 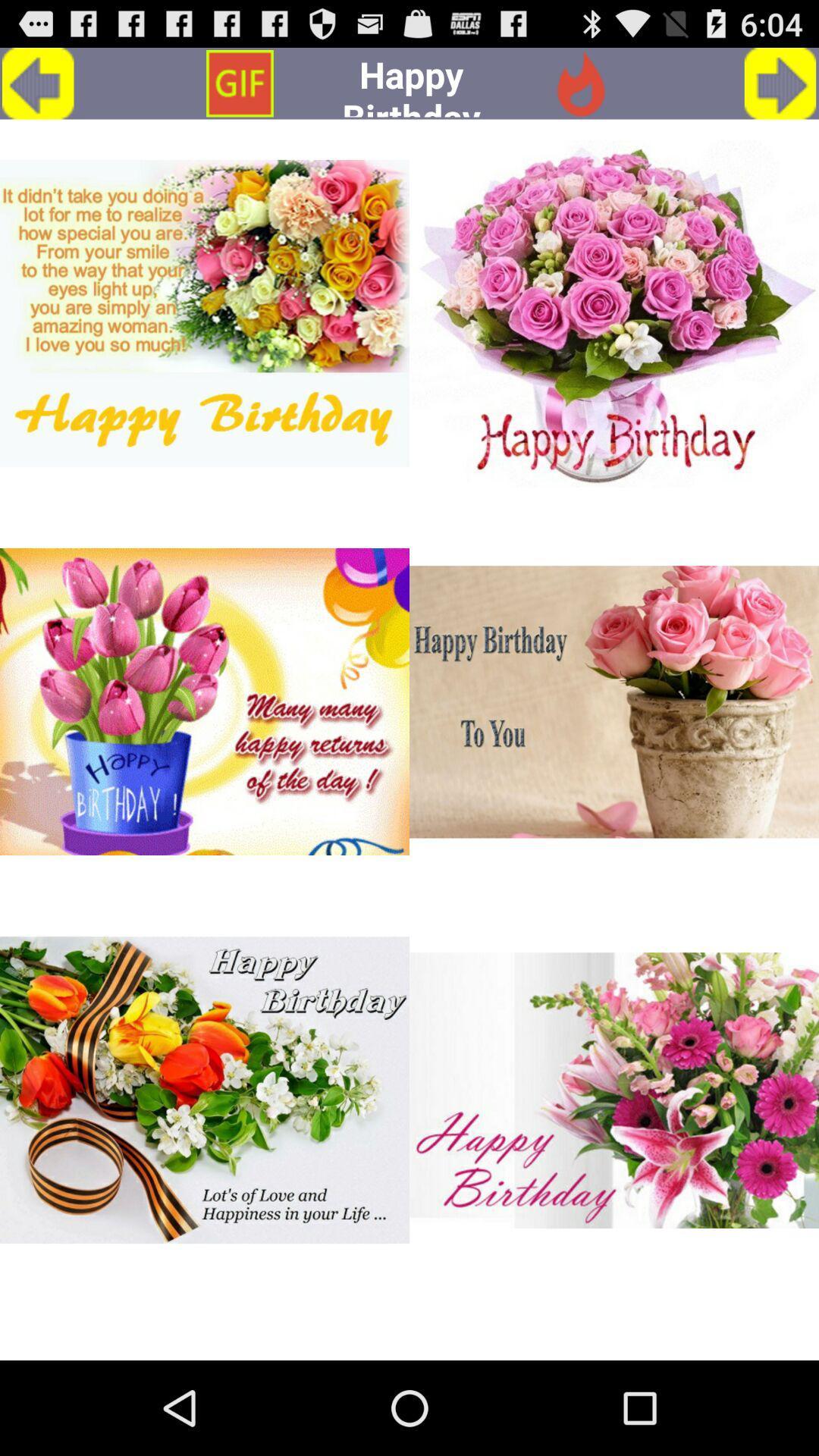 What do you see at coordinates (580, 89) in the screenshot?
I see `the star icon` at bounding box center [580, 89].